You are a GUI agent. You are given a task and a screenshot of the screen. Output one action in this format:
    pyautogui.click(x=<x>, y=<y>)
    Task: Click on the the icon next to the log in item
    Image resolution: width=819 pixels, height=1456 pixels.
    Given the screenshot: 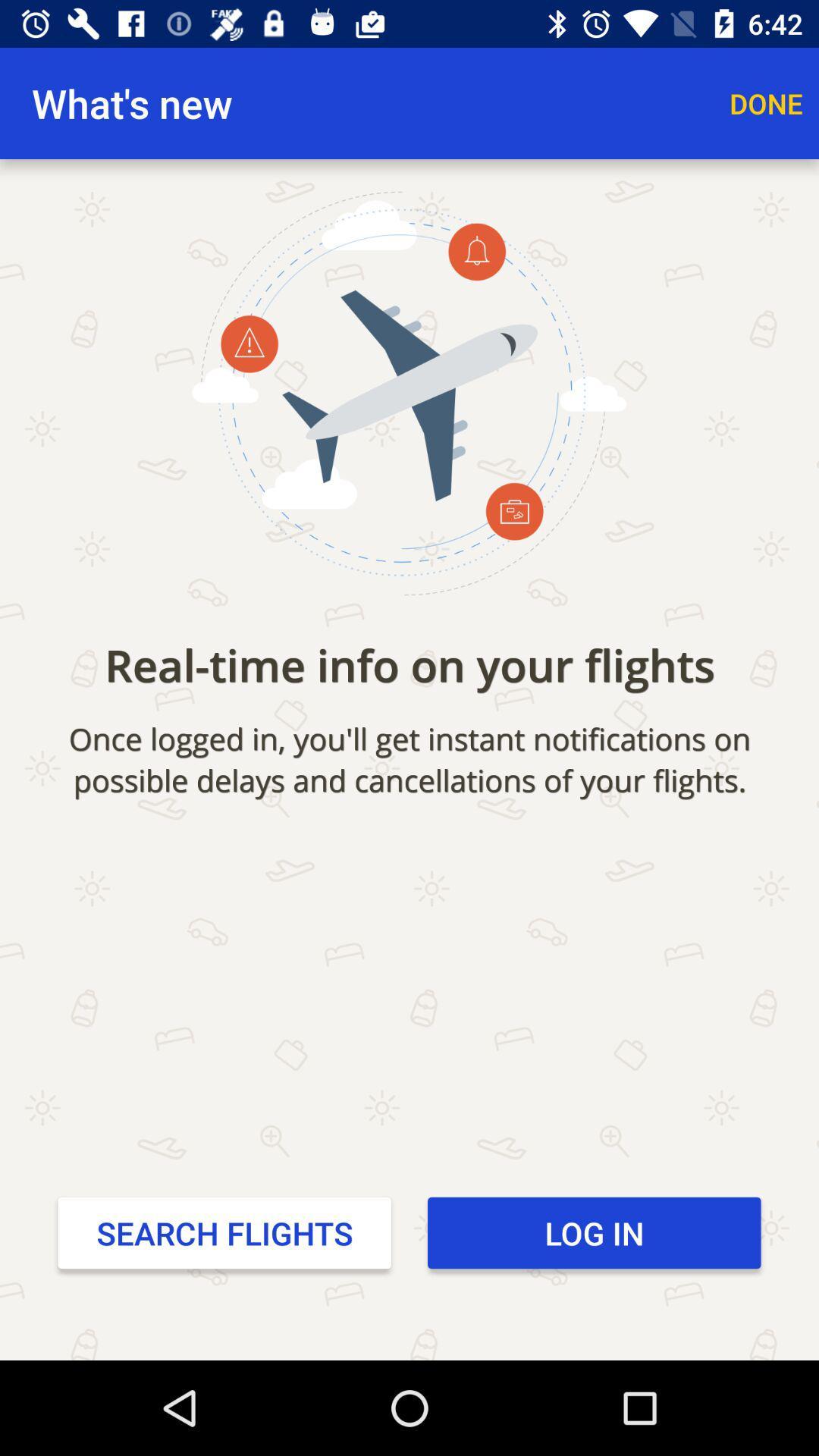 What is the action you would take?
    pyautogui.click(x=224, y=1233)
    